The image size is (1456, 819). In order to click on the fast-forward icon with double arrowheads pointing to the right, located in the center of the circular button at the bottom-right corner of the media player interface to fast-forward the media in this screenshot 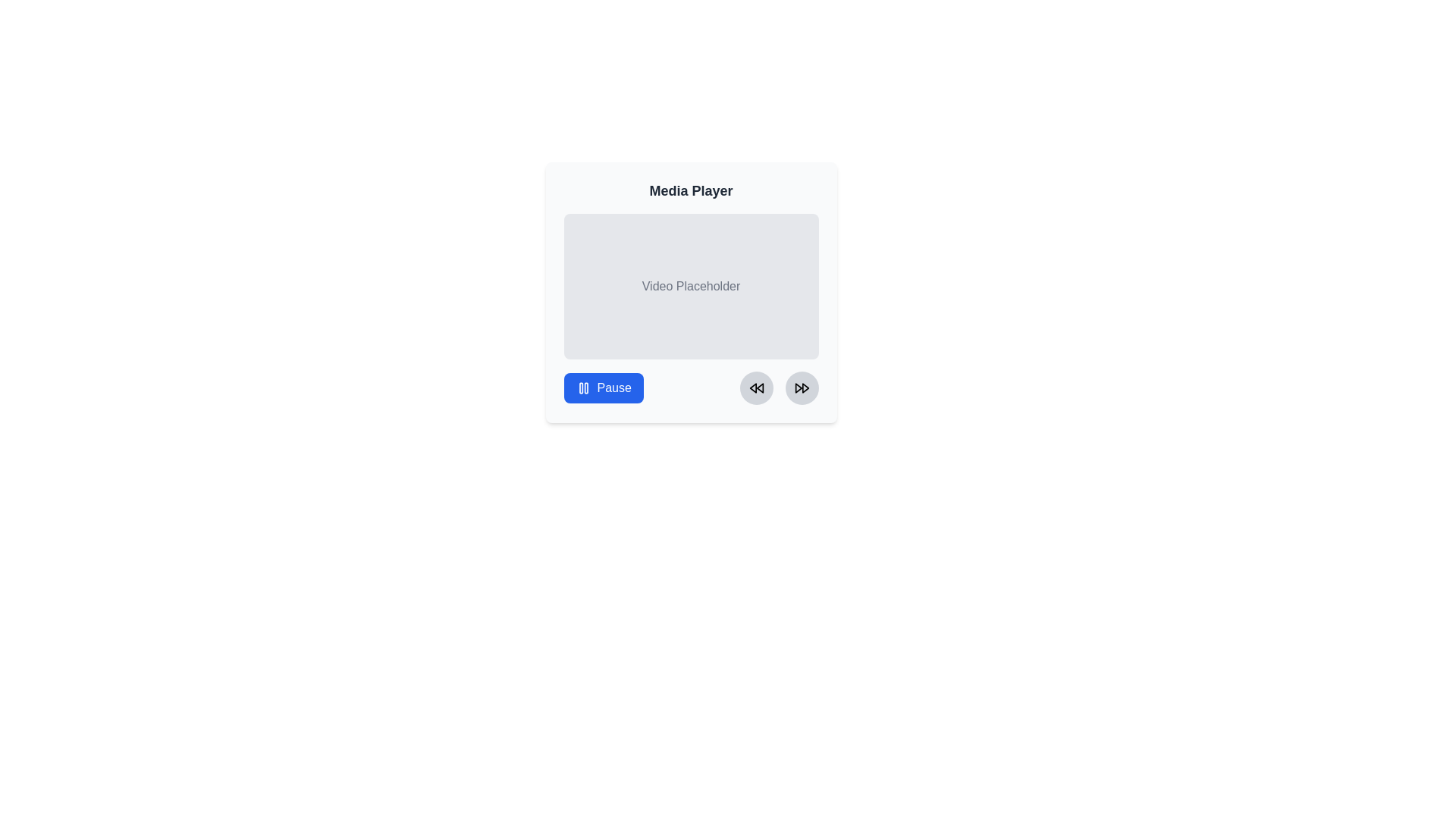, I will do `click(801, 388)`.